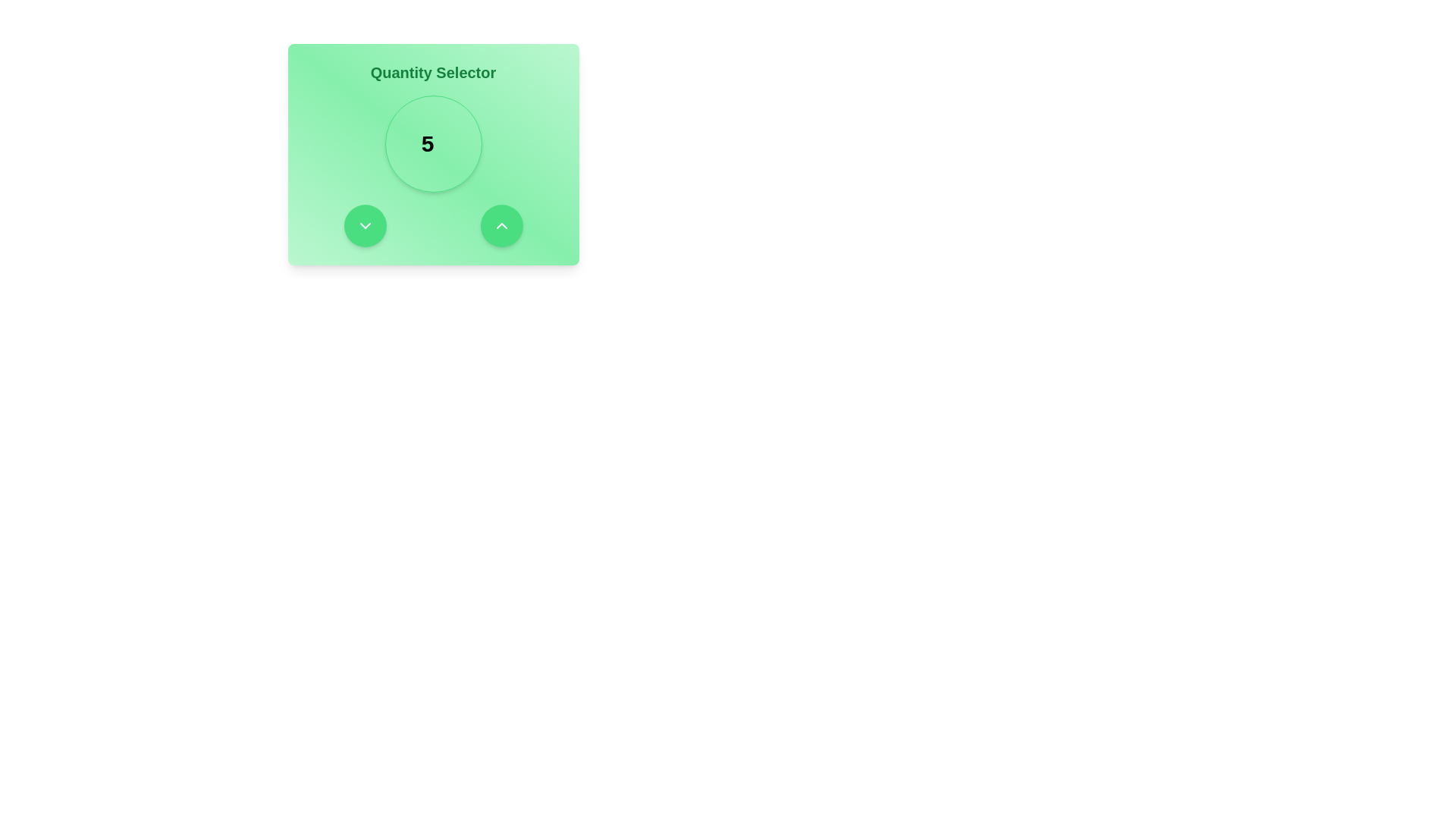 This screenshot has width=1456, height=819. Describe the element at coordinates (365, 225) in the screenshot. I see `the downward-pointing chevron-down icon inside the green circular button of the 'Quantity Selector' component` at that location.